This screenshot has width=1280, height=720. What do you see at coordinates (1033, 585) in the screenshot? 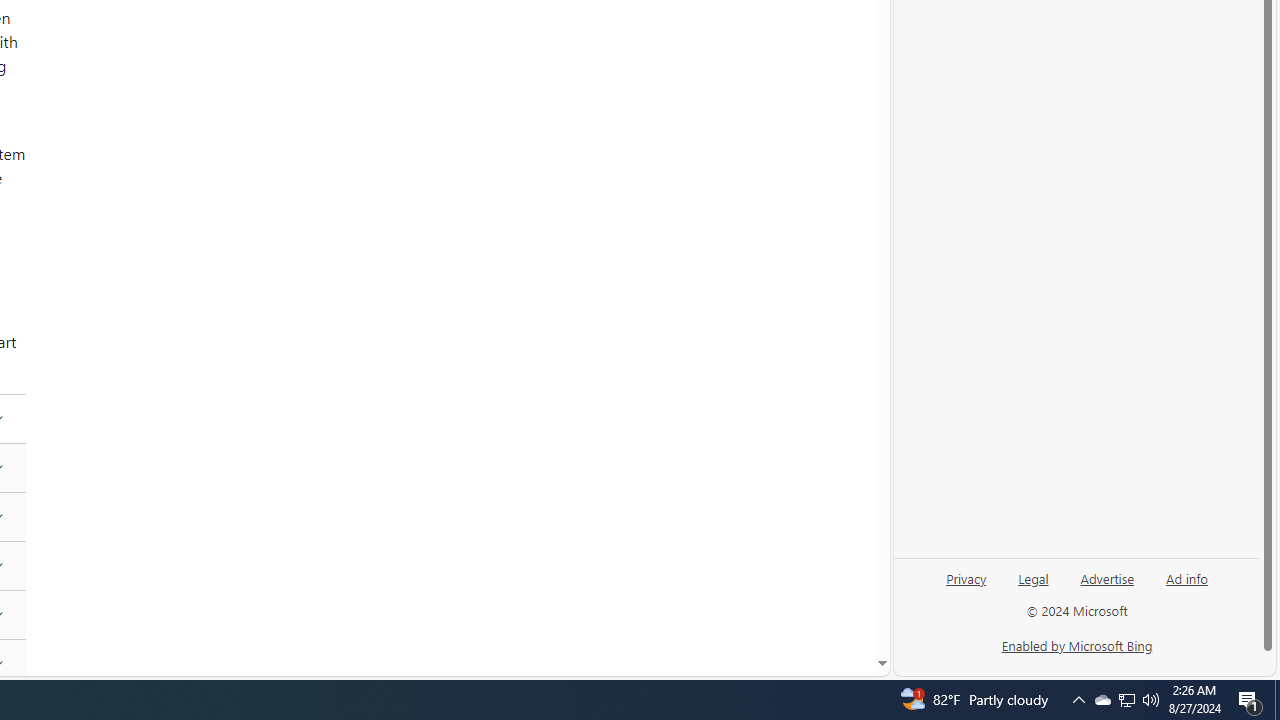
I see `'Legal'` at bounding box center [1033, 585].